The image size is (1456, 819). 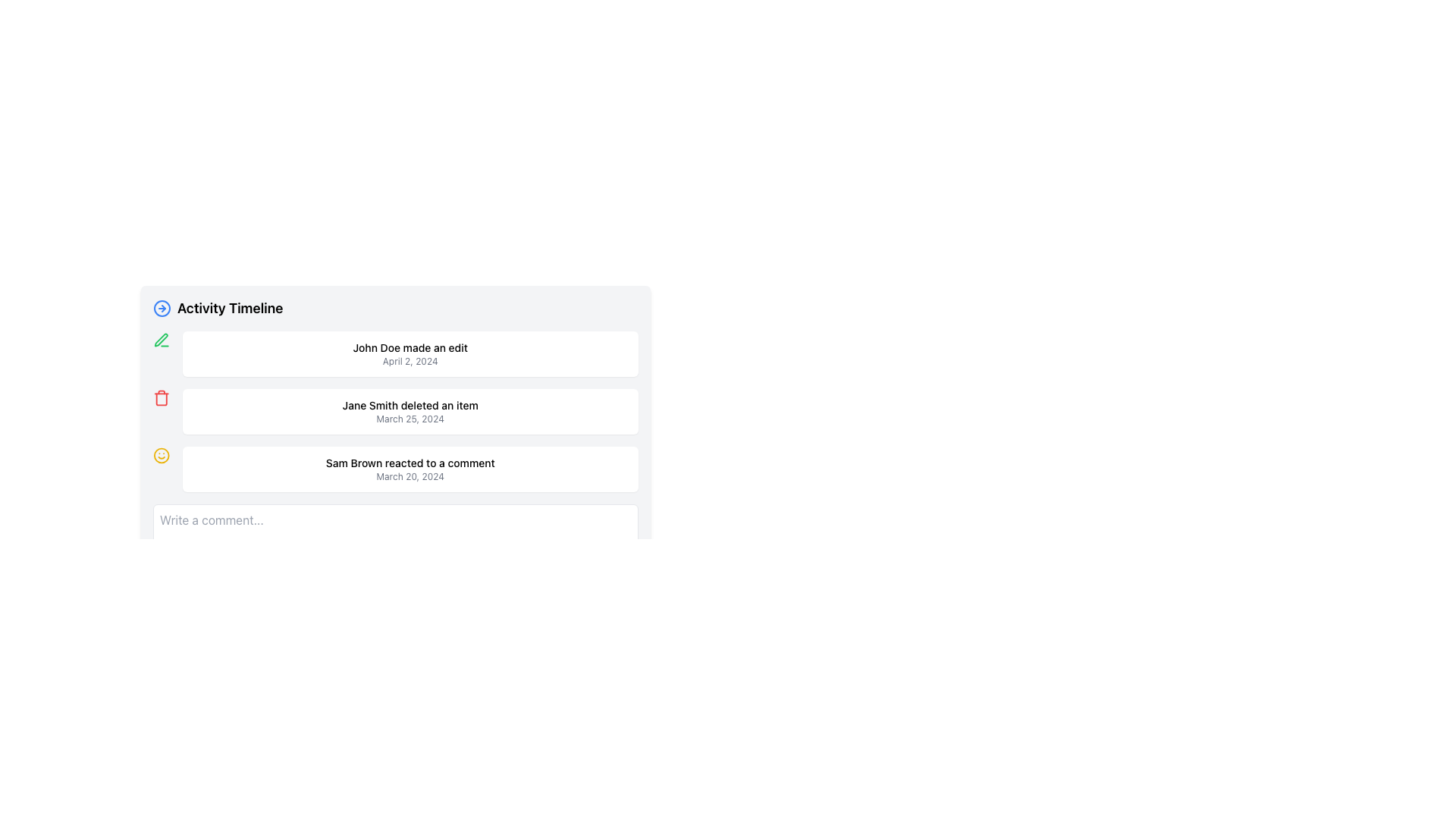 What do you see at coordinates (396, 457) in the screenshot?
I see `the timeline entry titled 'Sam Brown reacted to a comment' which is the third entry in the Activity Timeline` at bounding box center [396, 457].